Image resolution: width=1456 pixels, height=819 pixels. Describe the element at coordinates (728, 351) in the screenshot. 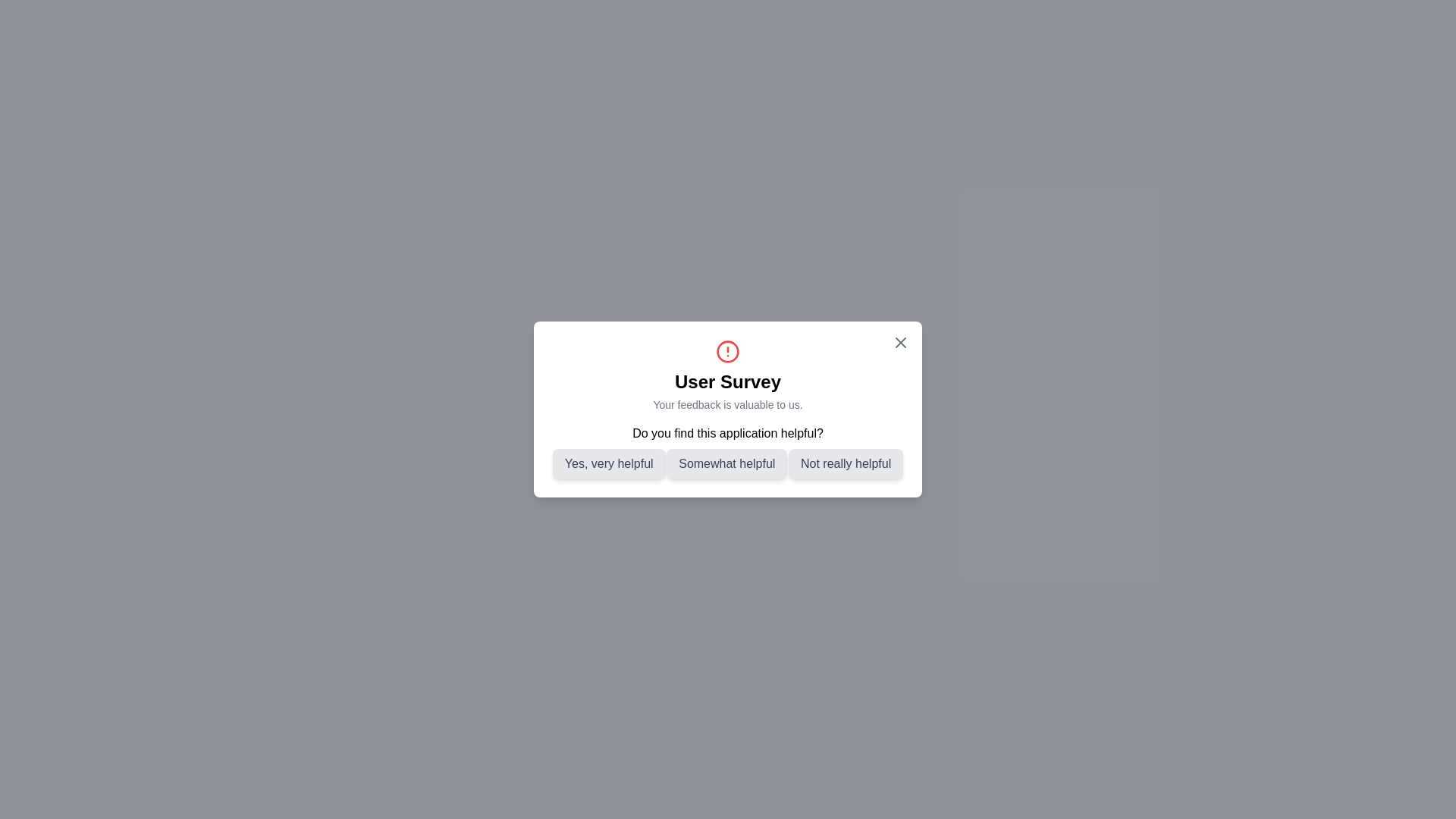

I see `circular icon component with red outlines and fill, located above the 'User Survey' text in the modal dialog` at that location.